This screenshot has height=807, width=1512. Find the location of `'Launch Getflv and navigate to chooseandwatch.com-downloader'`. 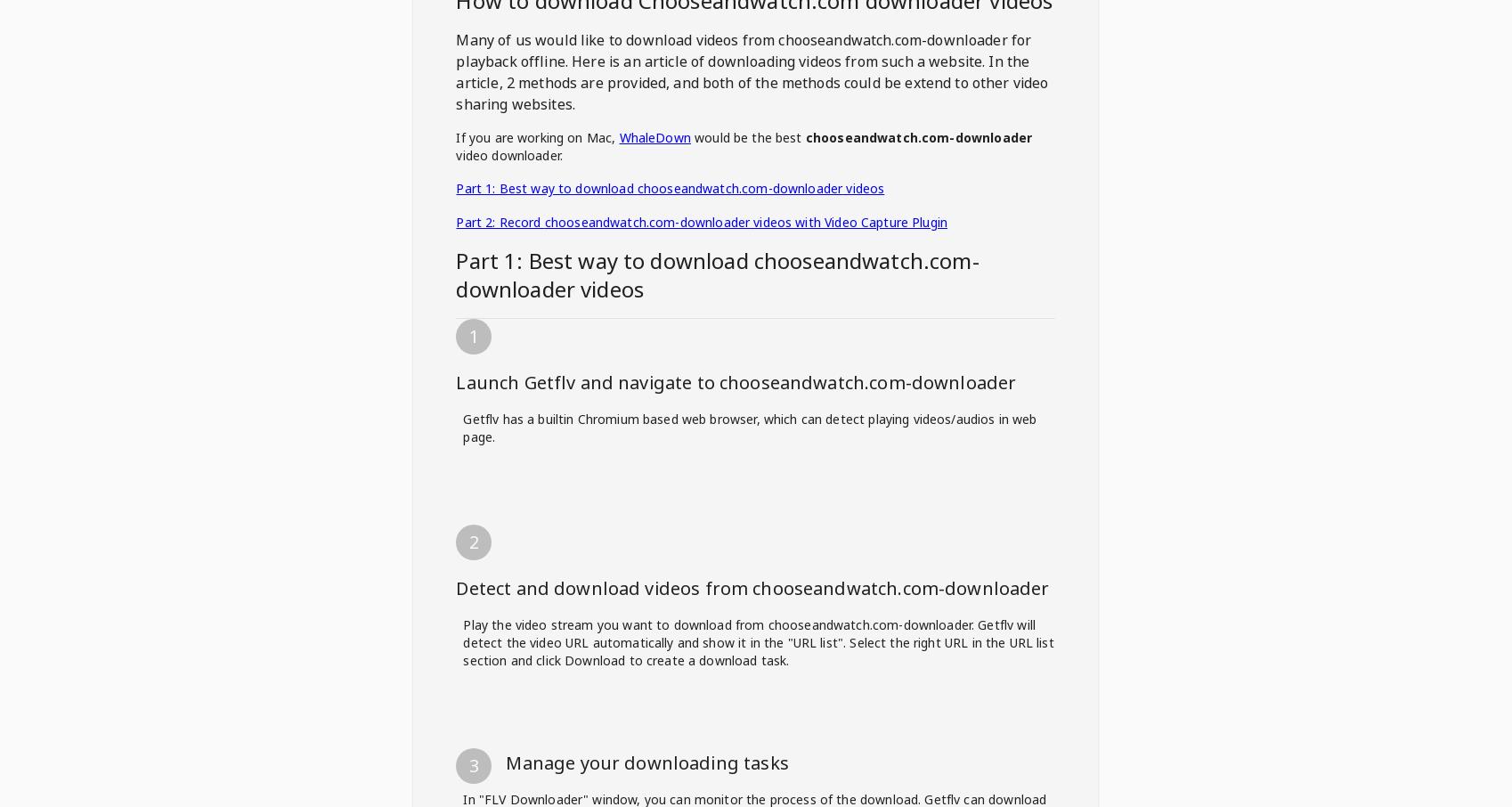

'Launch Getflv and navigate to chooseandwatch.com-downloader' is located at coordinates (735, 382).